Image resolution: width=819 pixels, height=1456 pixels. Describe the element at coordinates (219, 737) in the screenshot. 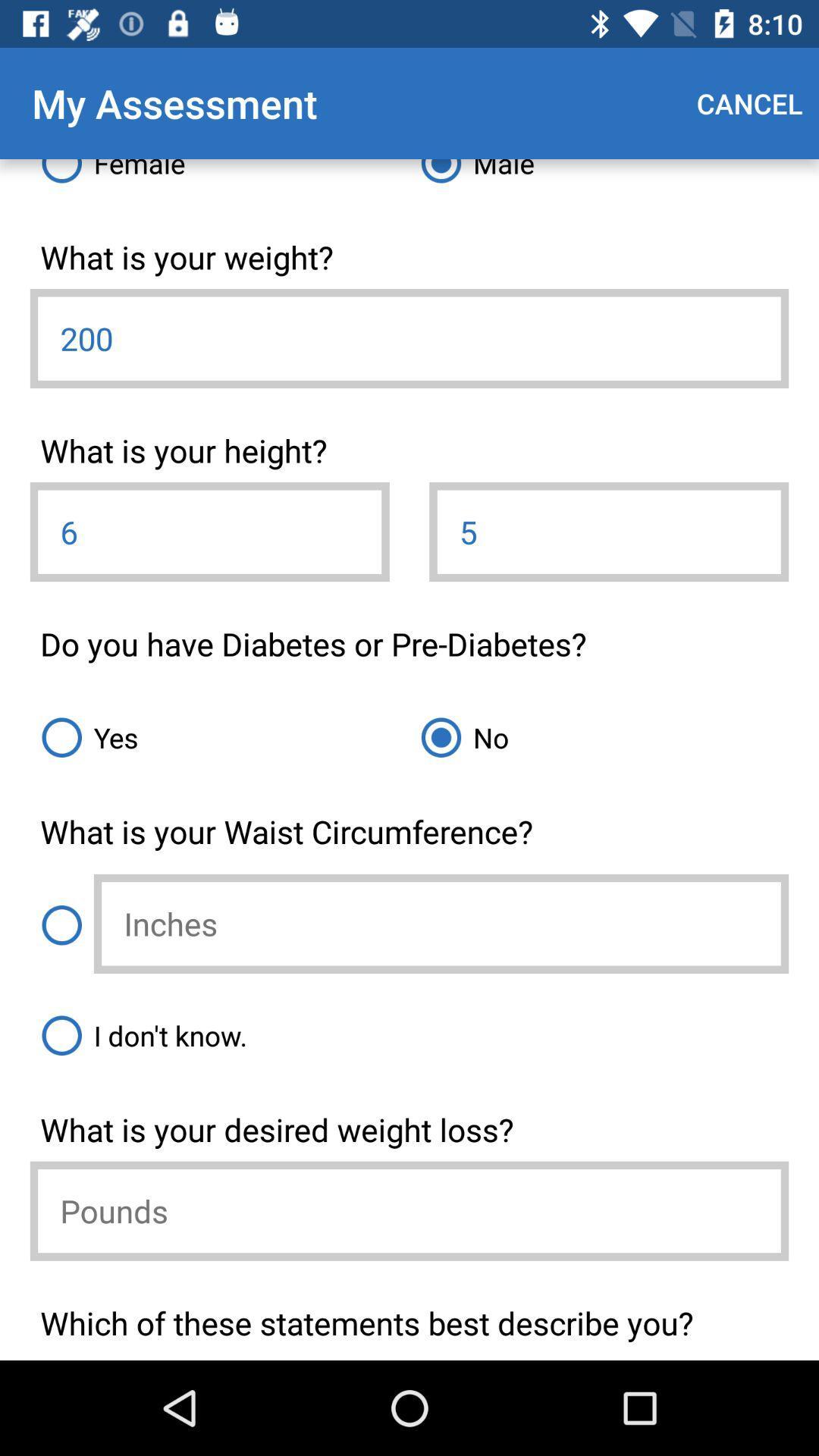

I see `the item above what is your item` at that location.